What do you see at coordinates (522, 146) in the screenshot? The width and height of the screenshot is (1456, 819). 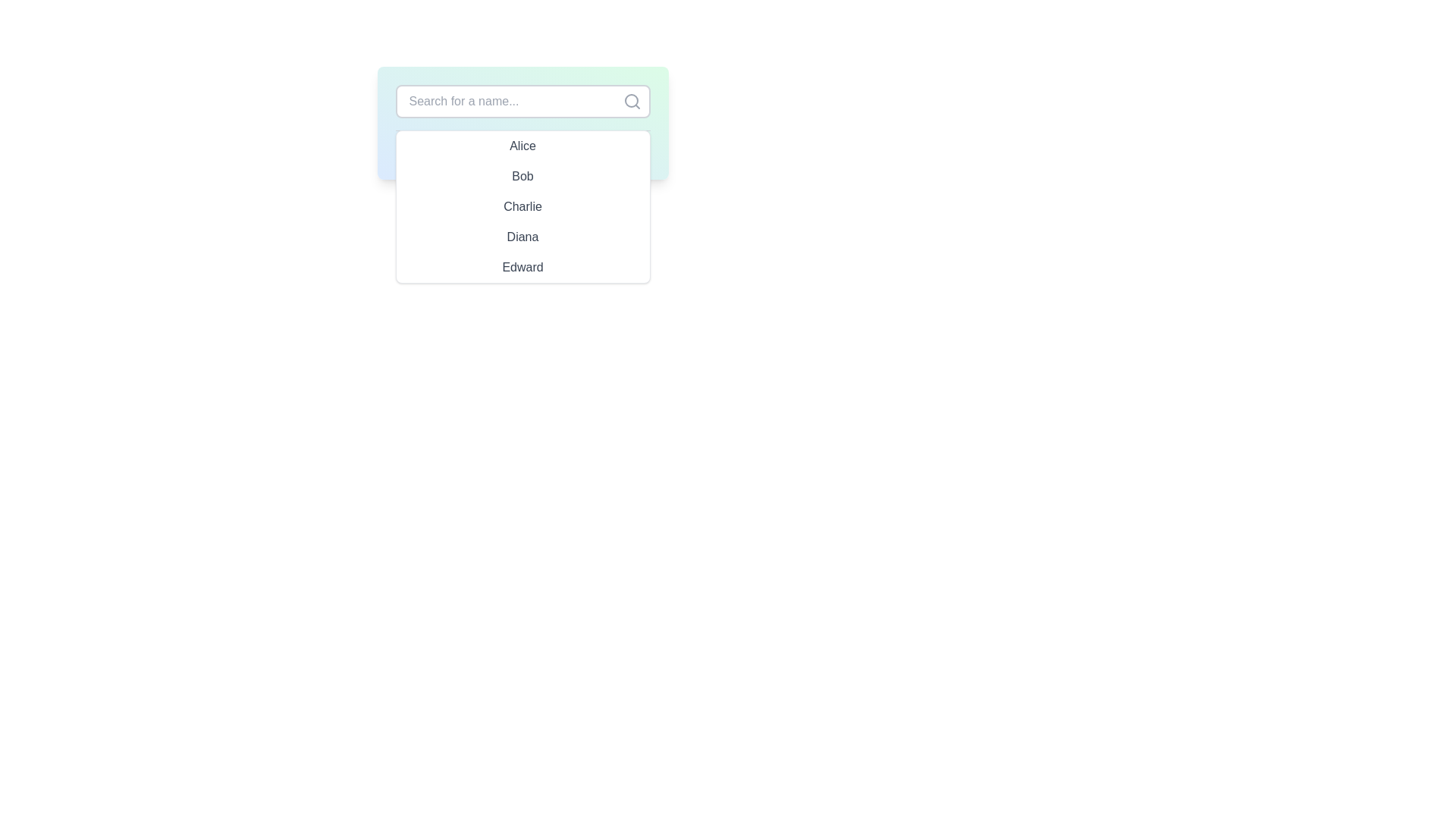 I see `the menu item labeled 'Alice' in dark gray within the drop-down menu` at bounding box center [522, 146].